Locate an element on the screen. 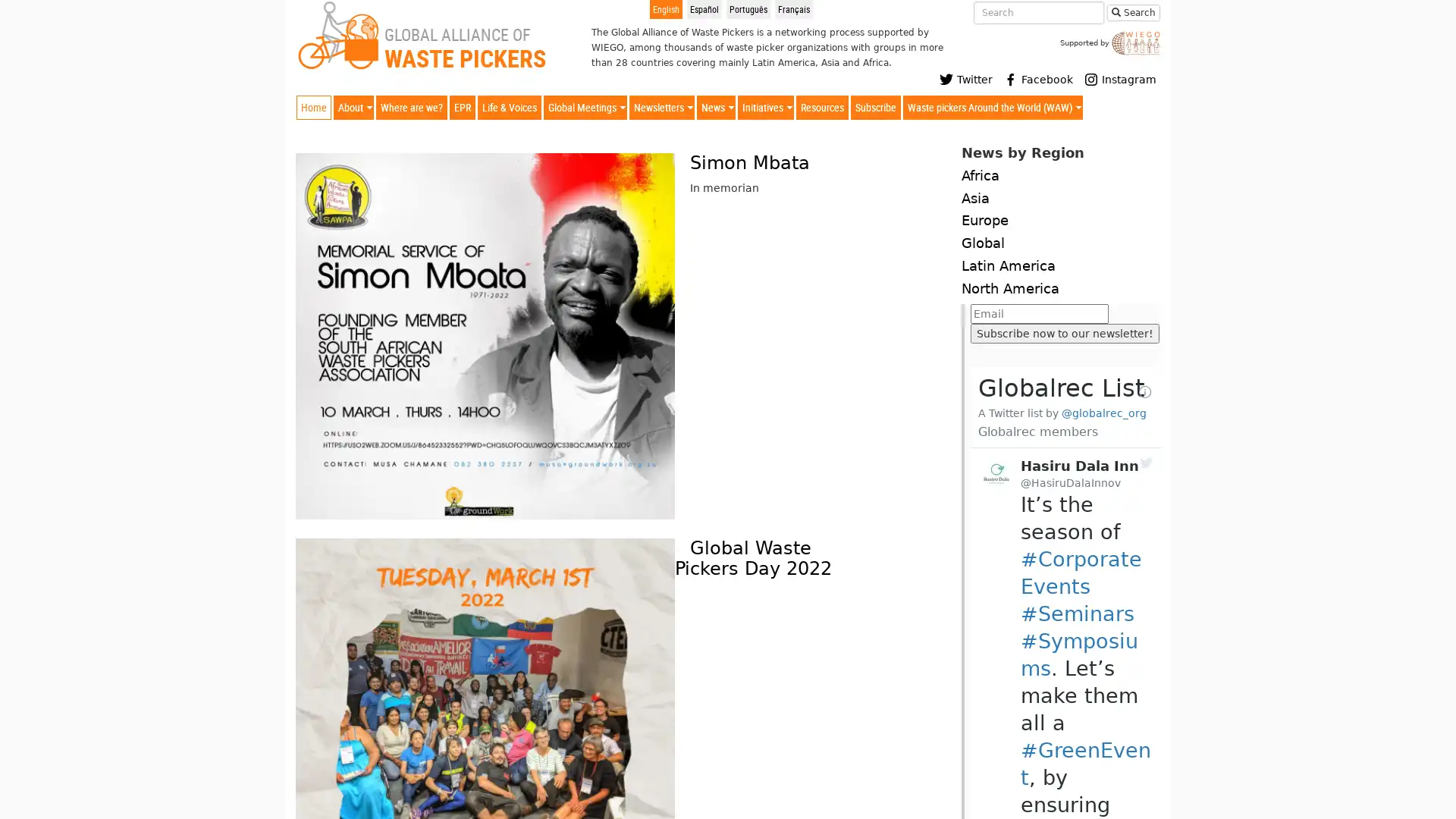 The width and height of the screenshot is (1456, 819). Search is located at coordinates (1133, 12).